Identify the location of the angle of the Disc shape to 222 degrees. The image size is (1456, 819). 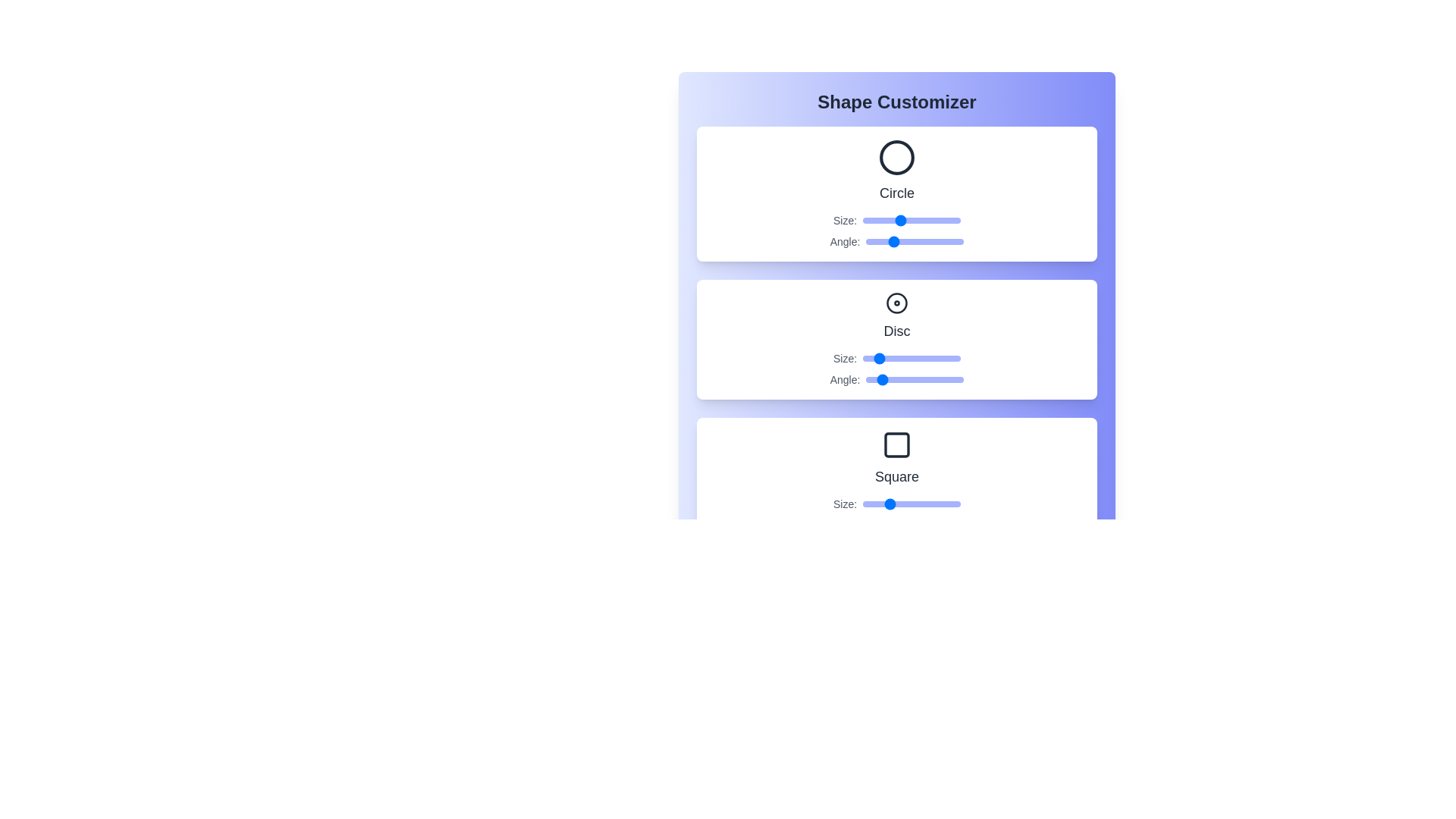
(925, 379).